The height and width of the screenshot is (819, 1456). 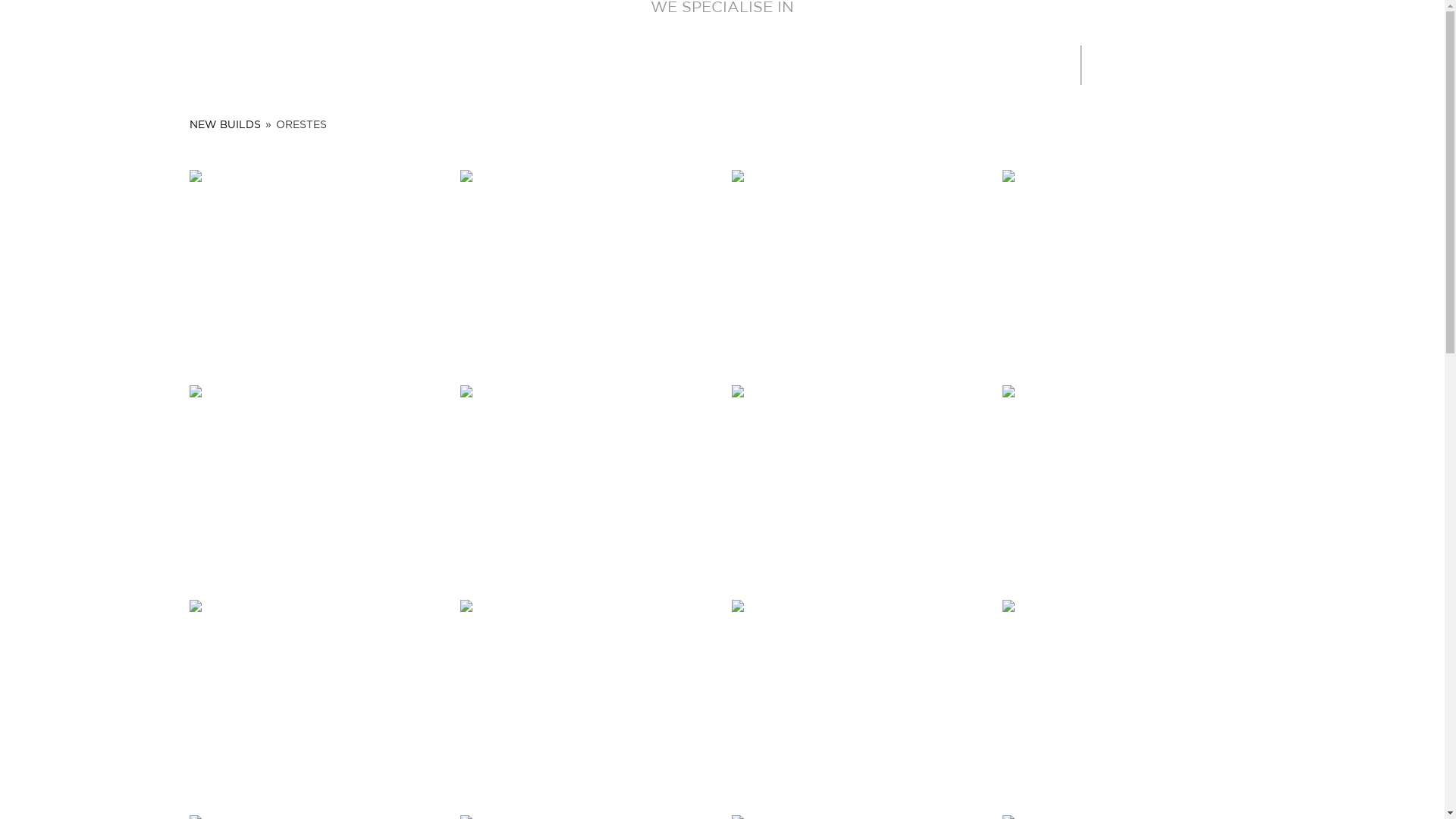 I want to click on 'Orestes', so click(x=315, y=483).